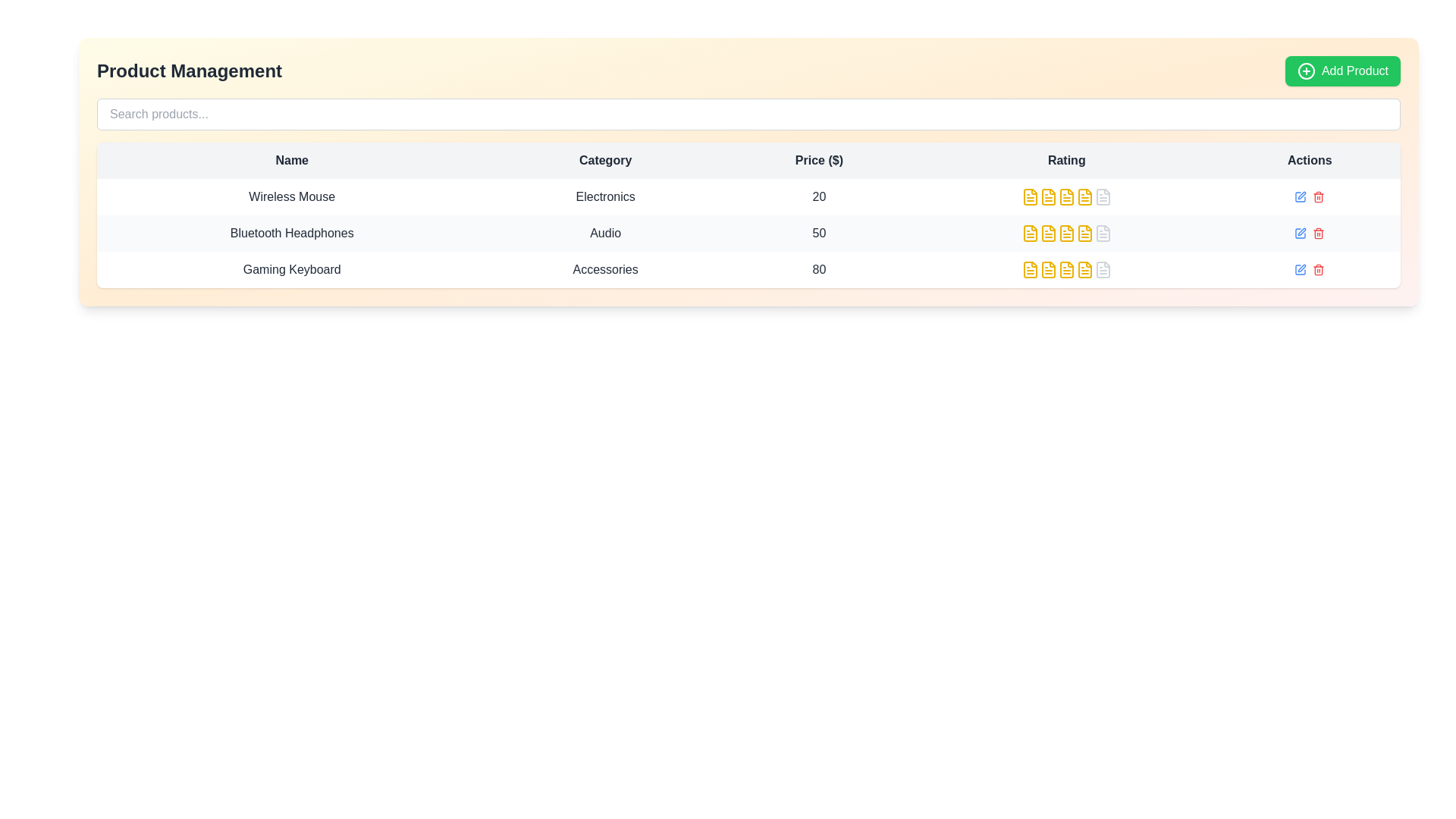  I want to click on the yellow document icon in the rating system, specifically the fourth icon in the last row of the table under the 'Product Management' header, so click(1065, 268).